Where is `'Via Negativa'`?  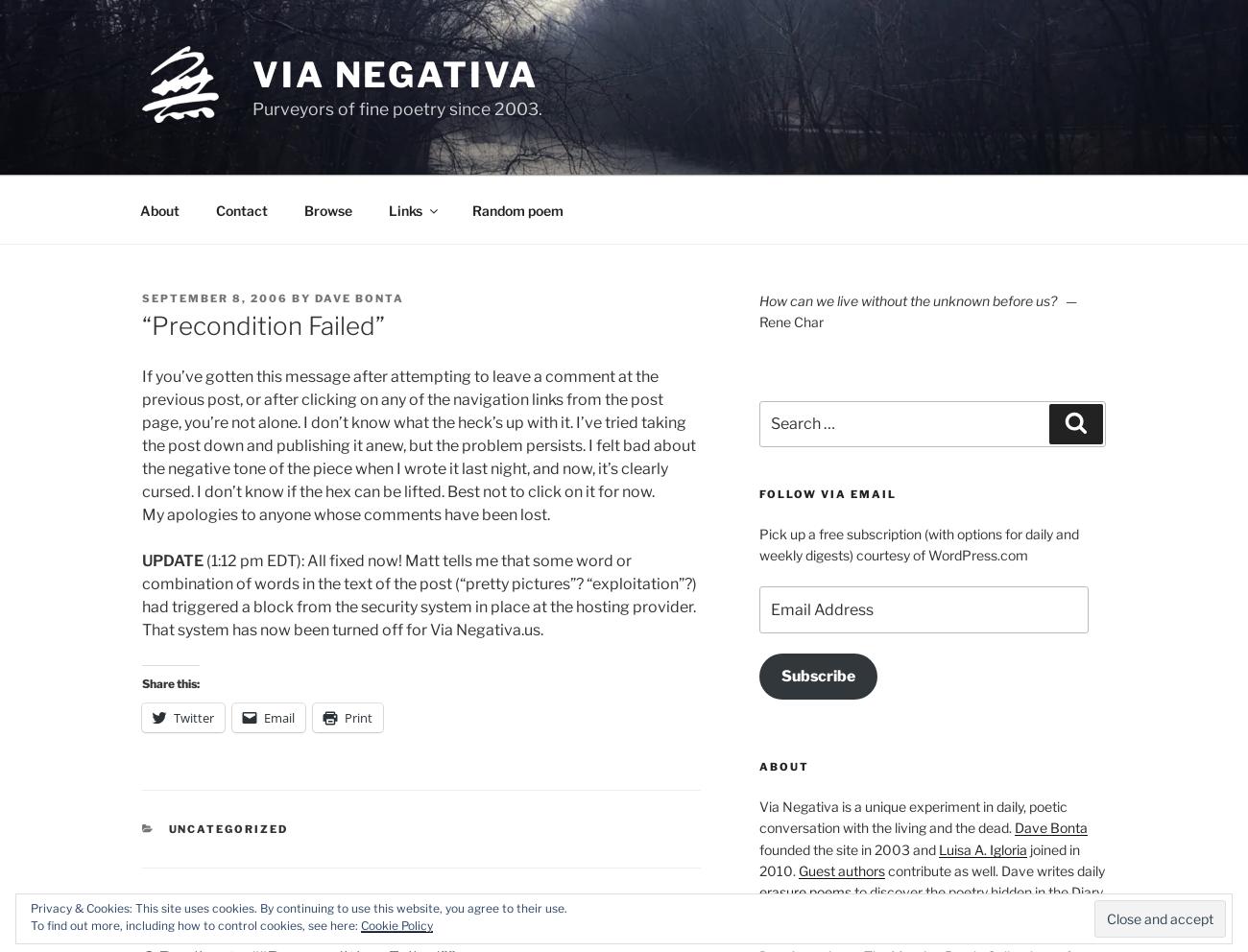
'Via Negativa' is located at coordinates (395, 73).